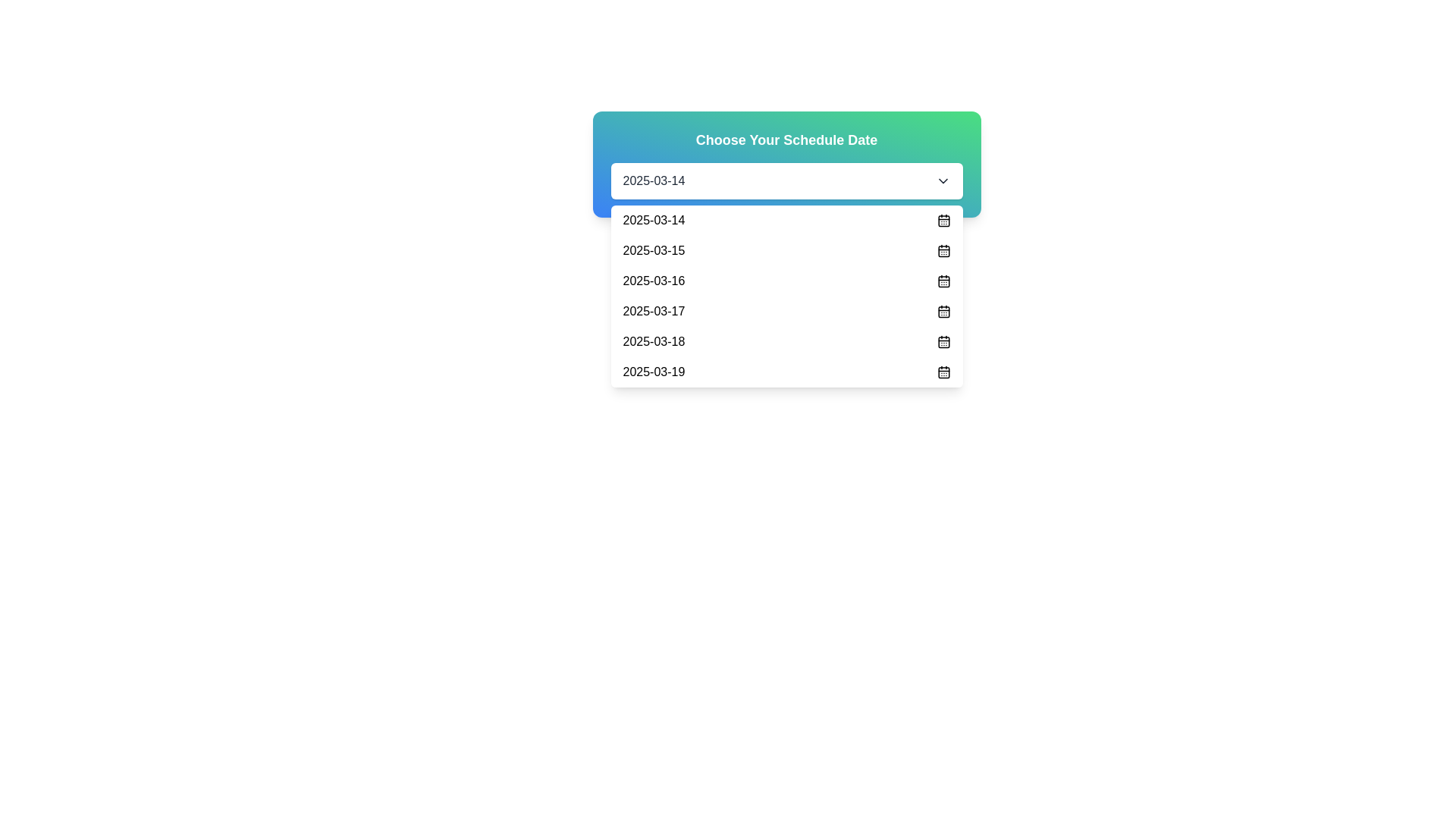  What do you see at coordinates (786, 311) in the screenshot?
I see `the fifth list item in the dropdown menu that displays the date '2025-03-17'` at bounding box center [786, 311].